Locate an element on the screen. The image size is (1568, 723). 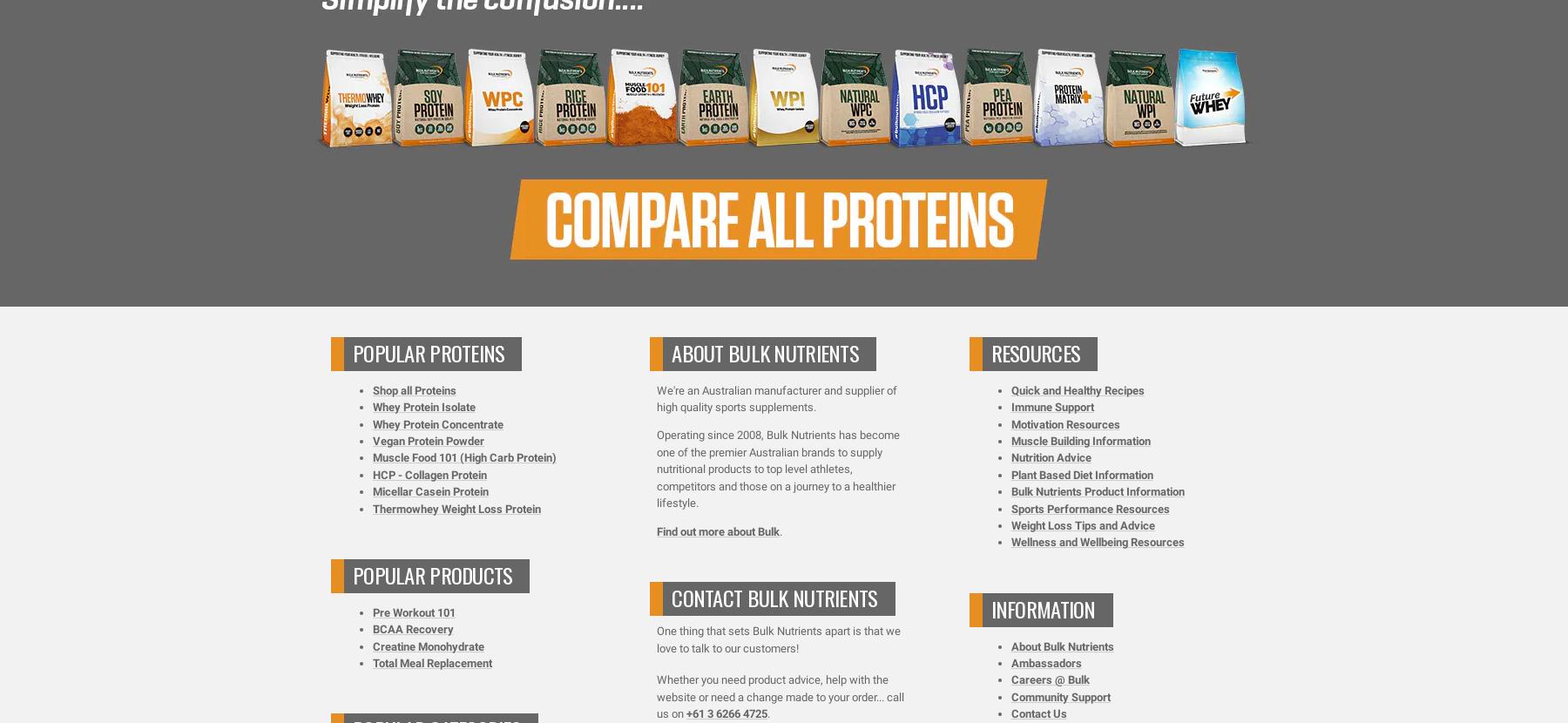
'Australian owned and operated.' is located at coordinates (789, 150).